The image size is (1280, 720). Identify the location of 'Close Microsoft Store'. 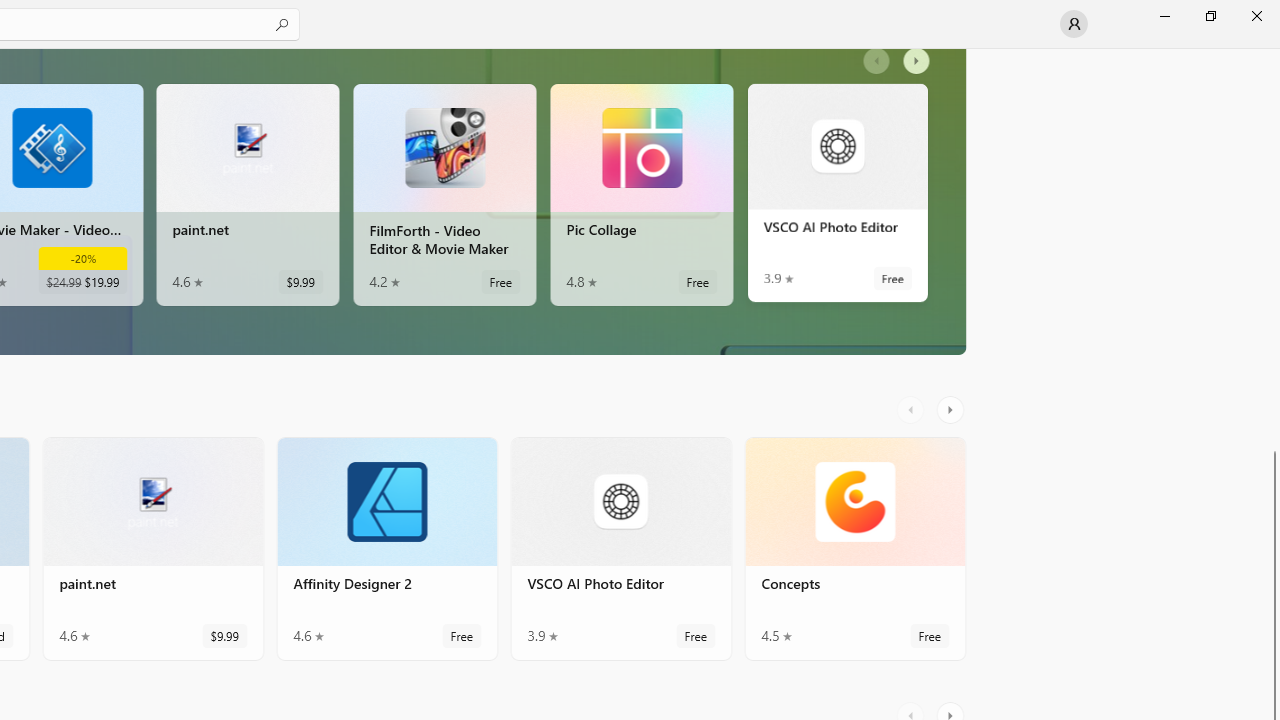
(1255, 15).